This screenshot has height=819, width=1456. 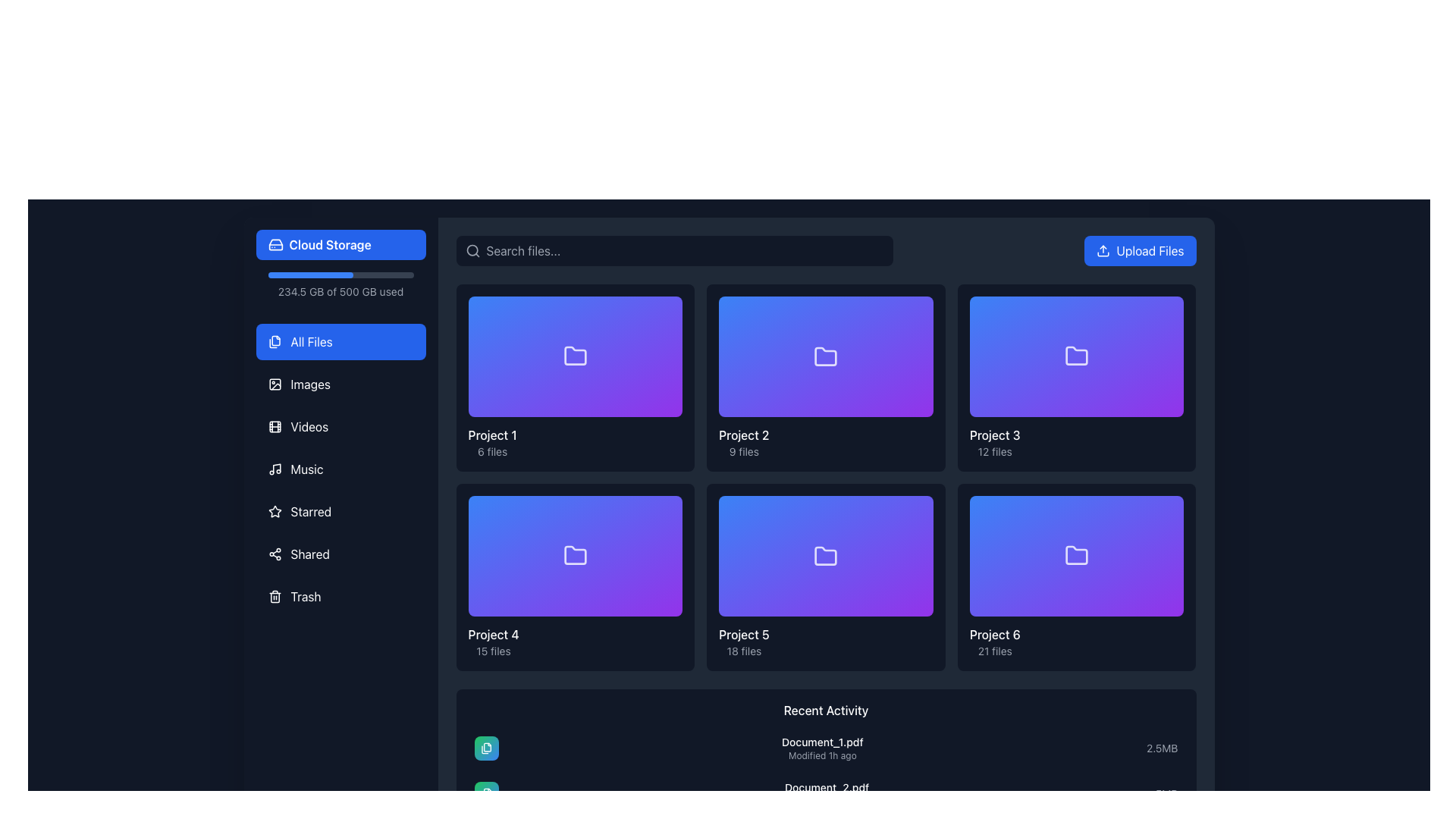 I want to click on the thin vertical line of the musical note in the 'Music' section's icon located in the left-hand navigation panel, which is the fifth element from the top, so click(x=276, y=467).